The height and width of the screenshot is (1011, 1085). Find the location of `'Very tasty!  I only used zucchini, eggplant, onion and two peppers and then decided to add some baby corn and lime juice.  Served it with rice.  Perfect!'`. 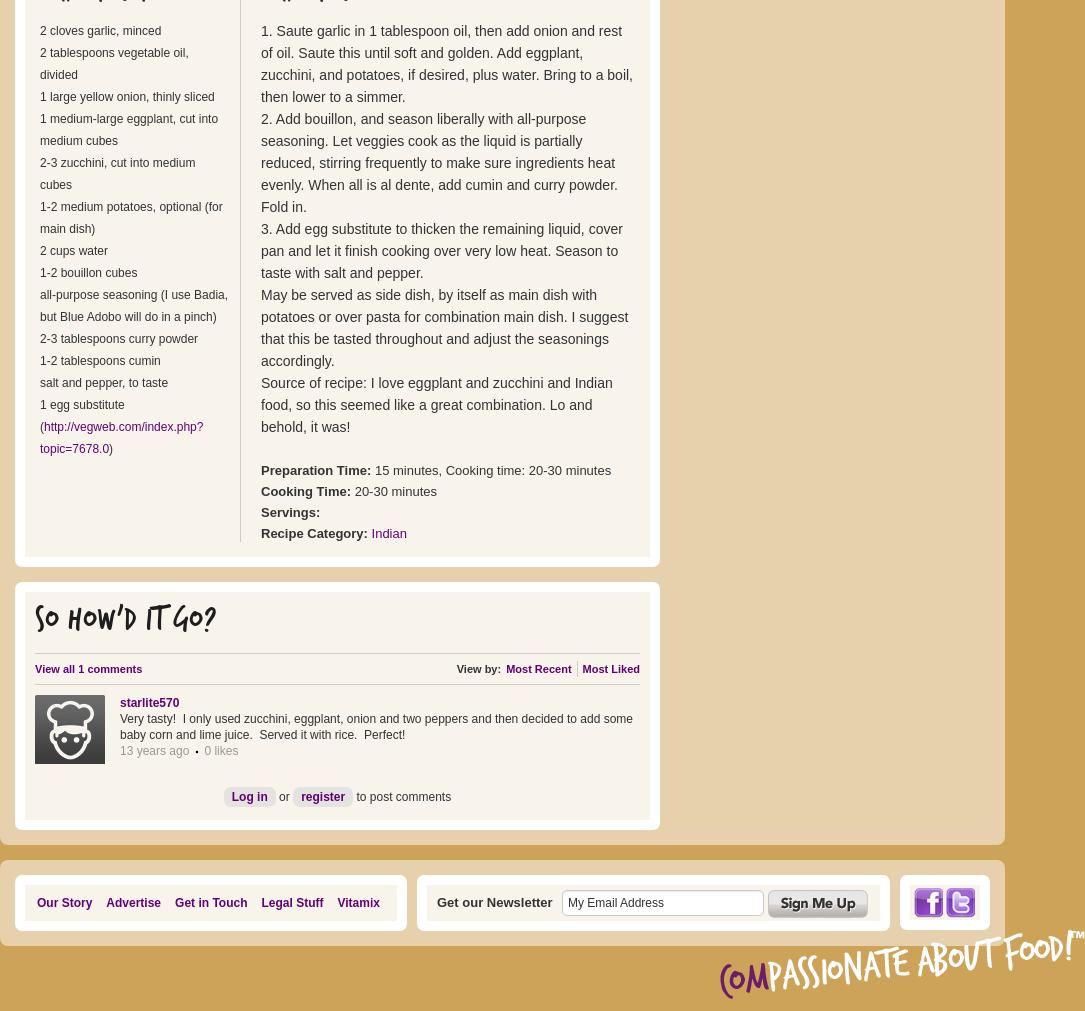

'Very tasty!  I only used zucchini, eggplant, onion and two peppers and then decided to add some baby corn and lime juice.  Served it with rice.  Perfect!' is located at coordinates (376, 726).